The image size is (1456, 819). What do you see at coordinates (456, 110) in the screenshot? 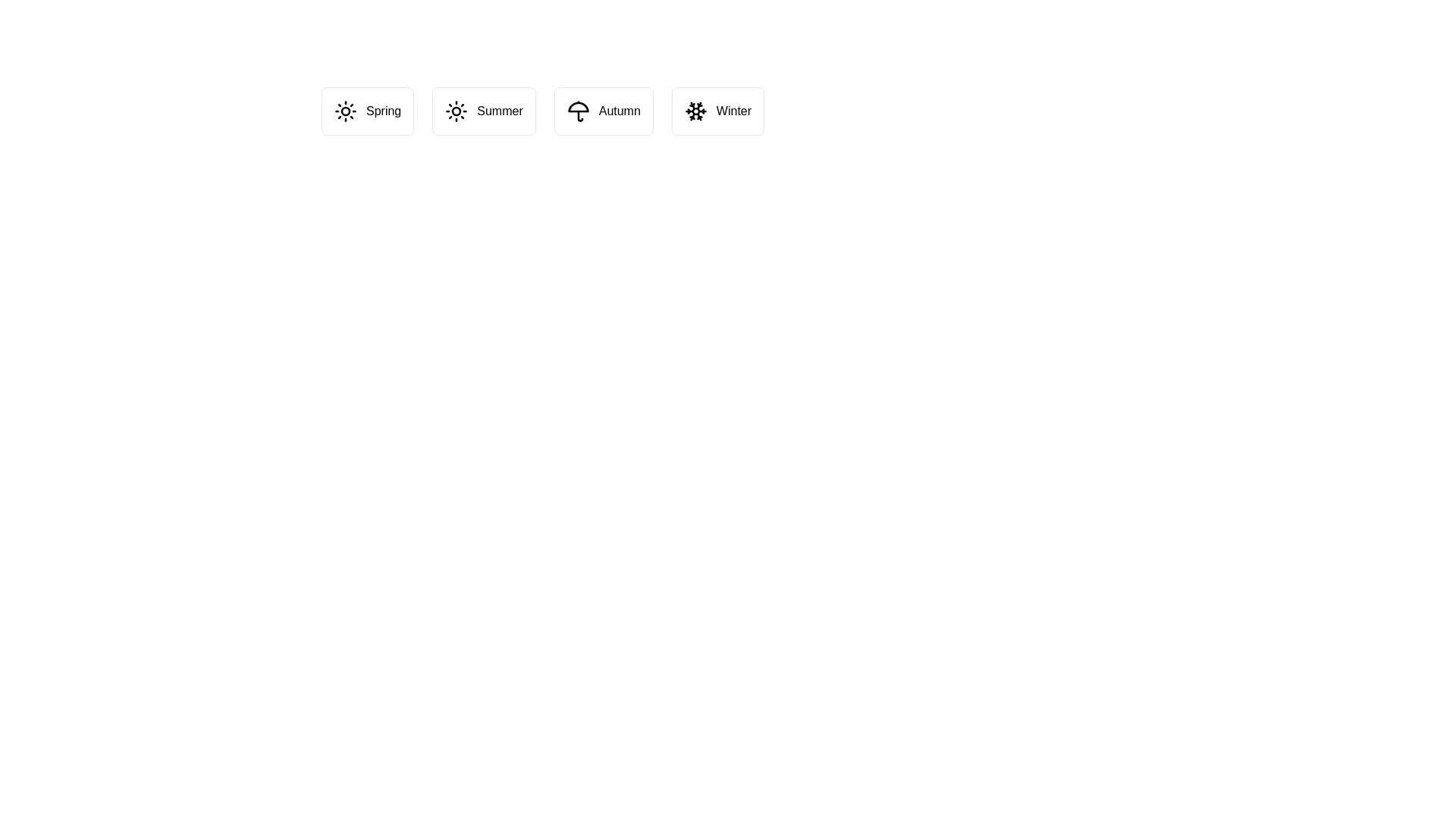
I see `the SVG Circle Element that represents the 'Summer' icon, located in the middle of the second icon in a row of seasonal symbols` at bounding box center [456, 110].